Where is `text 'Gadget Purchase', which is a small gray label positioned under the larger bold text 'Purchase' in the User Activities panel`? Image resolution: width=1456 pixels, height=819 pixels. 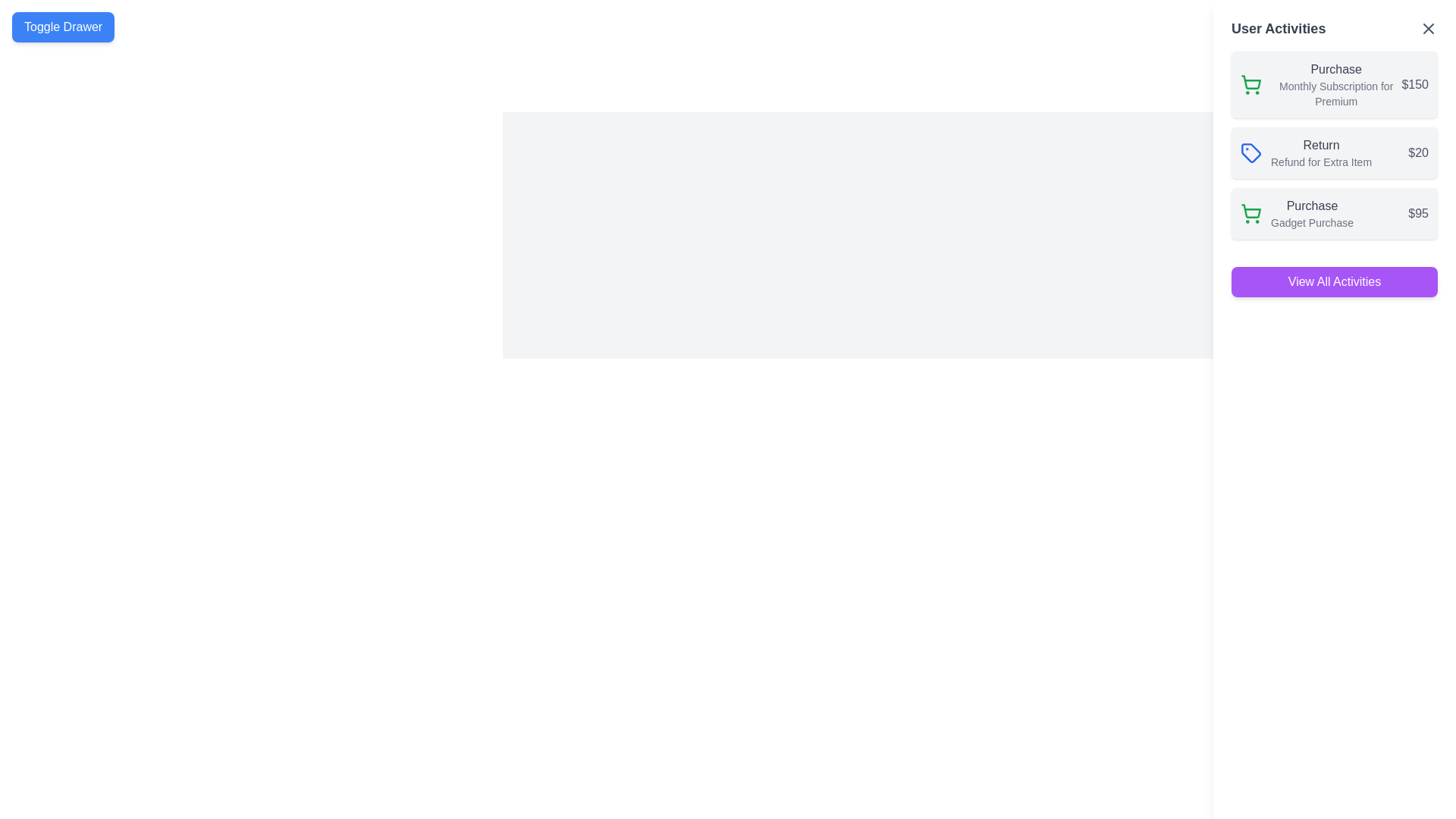
text 'Gadget Purchase', which is a small gray label positioned under the larger bold text 'Purchase' in the User Activities panel is located at coordinates (1311, 222).